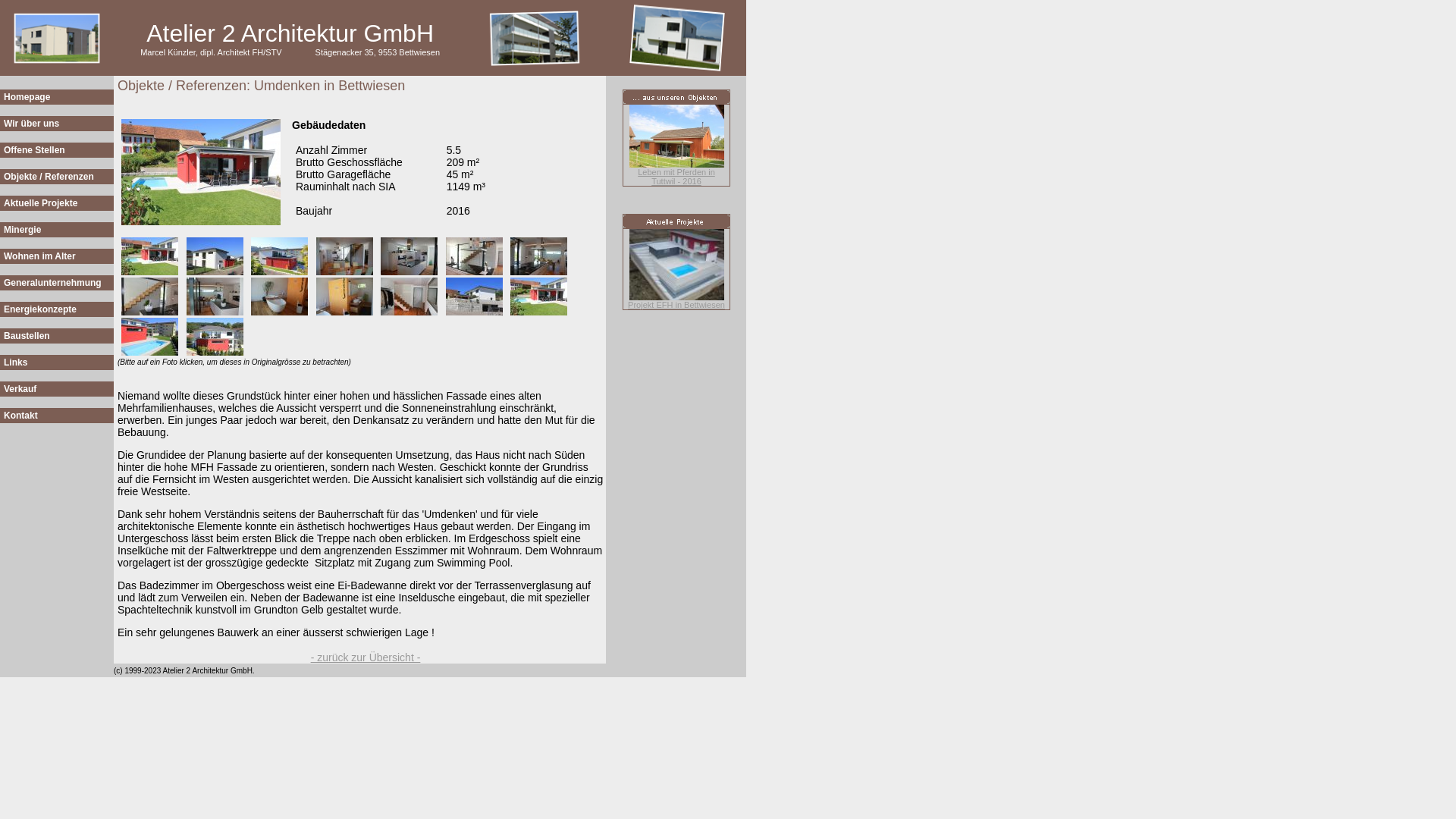  What do you see at coordinates (40, 202) in the screenshot?
I see `'Aktuelle Projekte'` at bounding box center [40, 202].